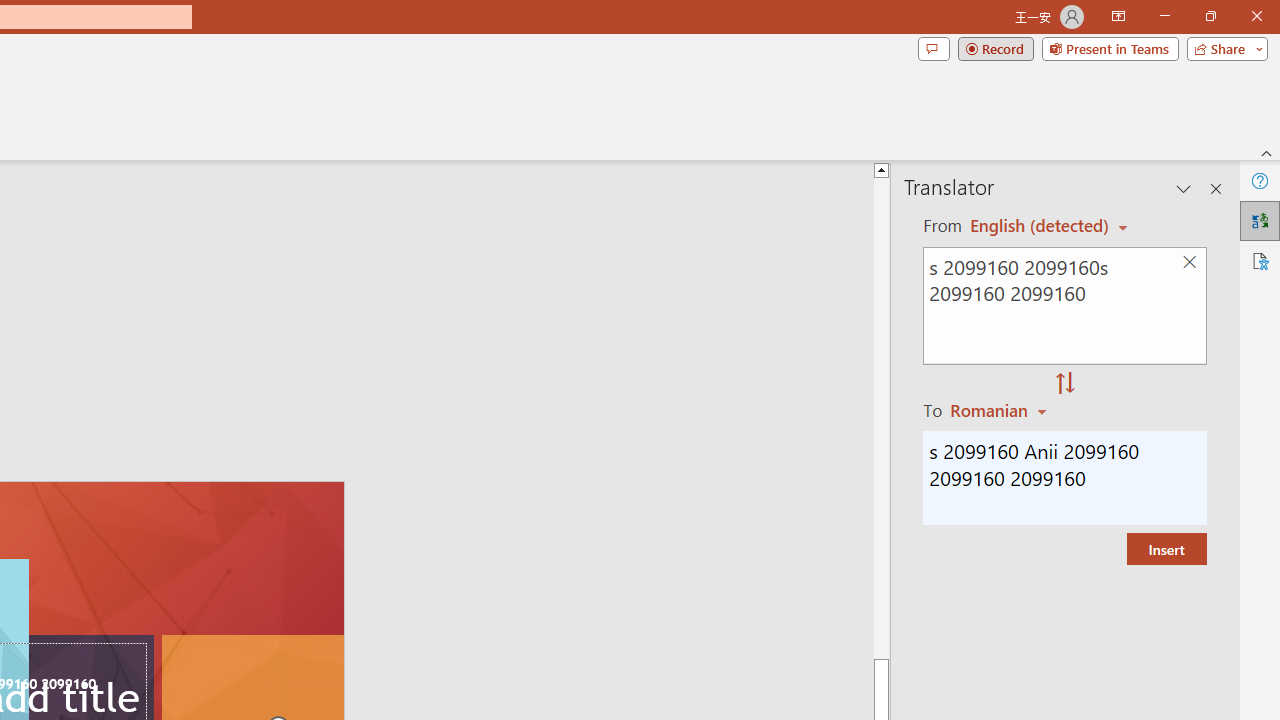 This screenshot has width=1280, height=720. I want to click on 'Task Pane Options', so click(1184, 189).